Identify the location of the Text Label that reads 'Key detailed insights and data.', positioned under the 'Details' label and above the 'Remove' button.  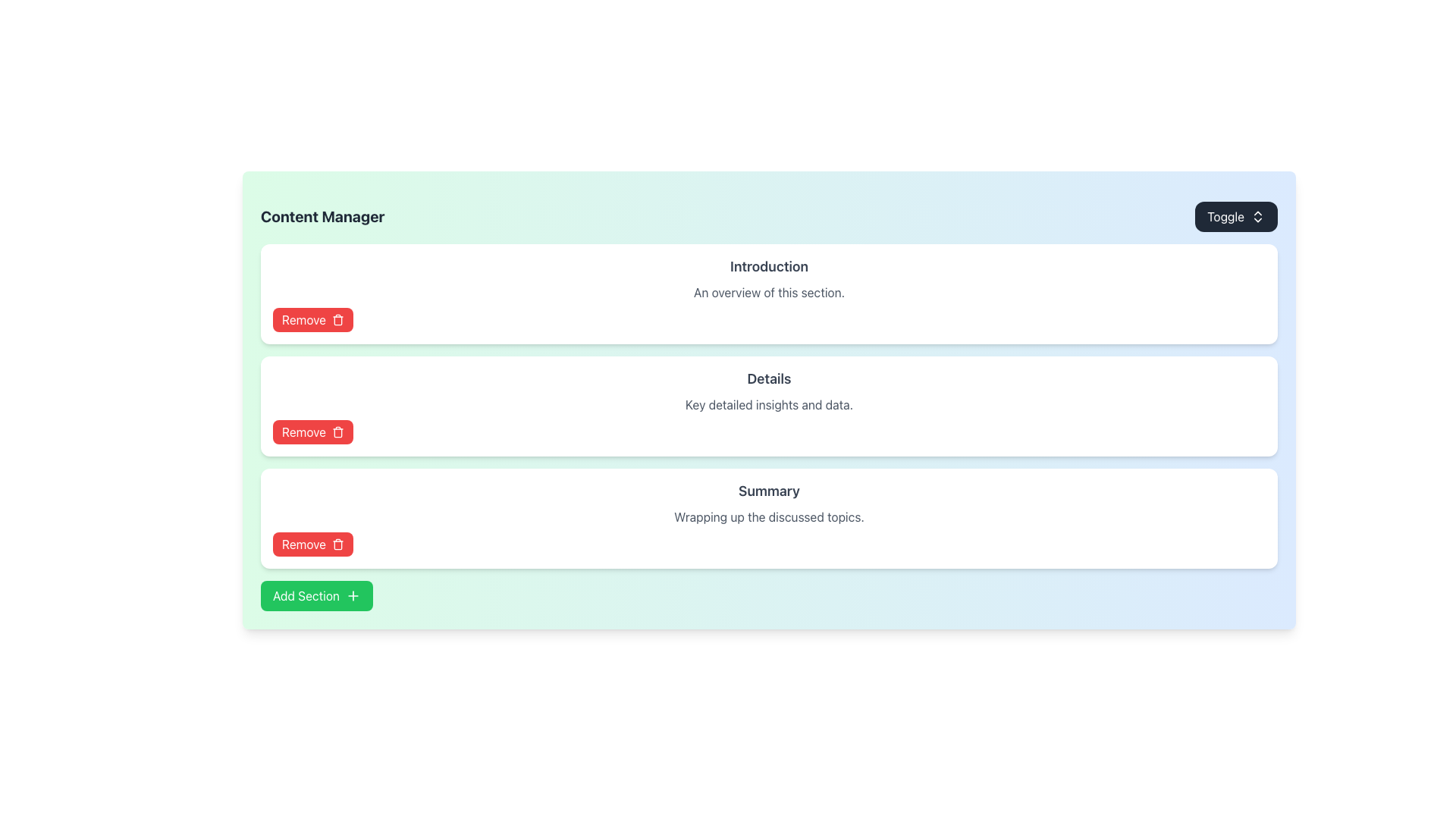
(769, 403).